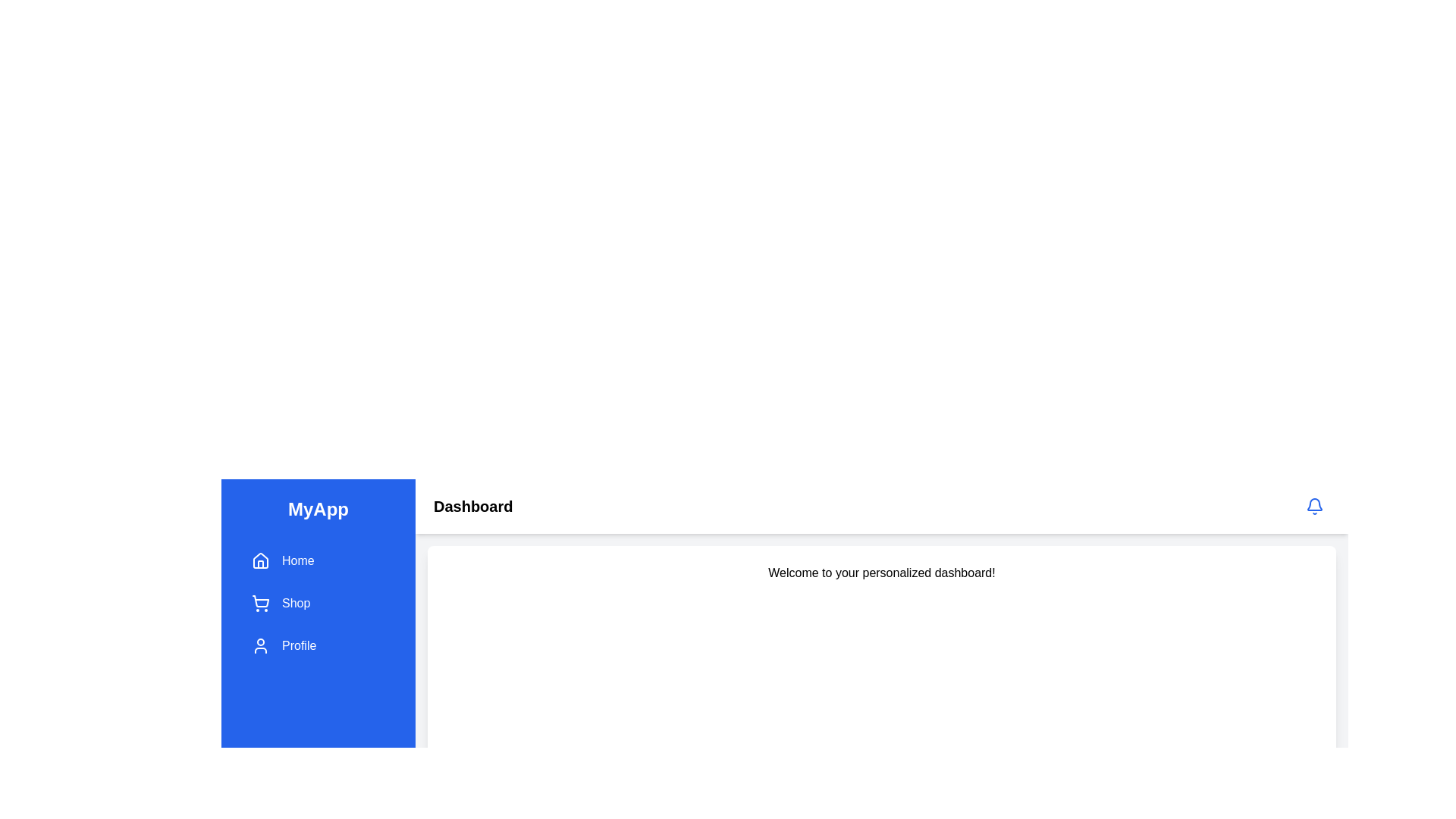 This screenshot has width=1456, height=819. What do you see at coordinates (1313, 506) in the screenshot?
I see `the notification icon located in the rightmost section of the top bar` at bounding box center [1313, 506].